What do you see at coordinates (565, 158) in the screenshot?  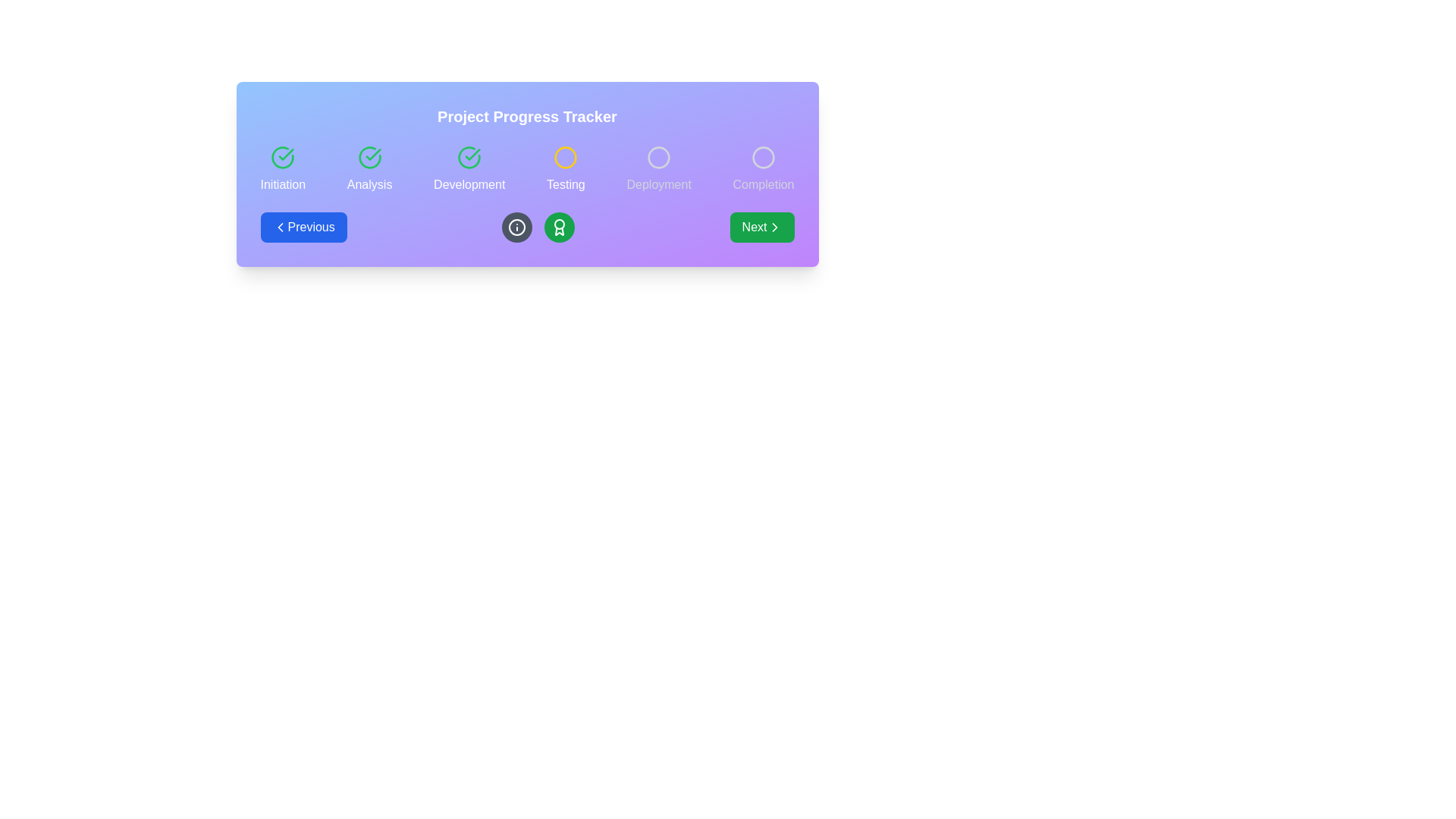 I see `the decorative circular indicator in the 'Testing' stage of the progress tracker, which is a yellow icon positioned between the 'Development' and 'Deployment' stages` at bounding box center [565, 158].